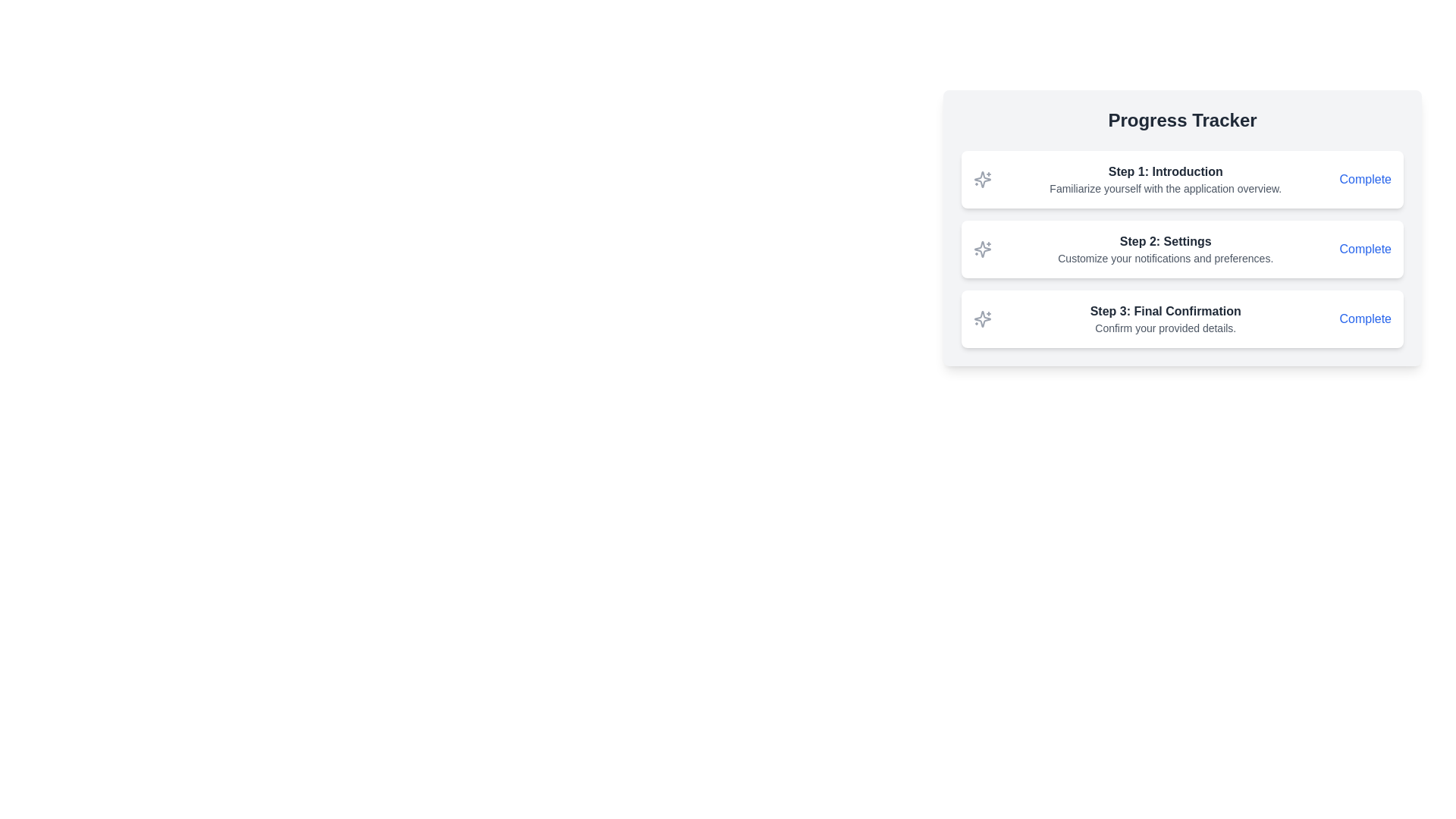 The height and width of the screenshot is (819, 1456). I want to click on the central star-like shape of the sparkles icon associated with 'Step 2: Settings' in the progress tracker, so click(983, 248).